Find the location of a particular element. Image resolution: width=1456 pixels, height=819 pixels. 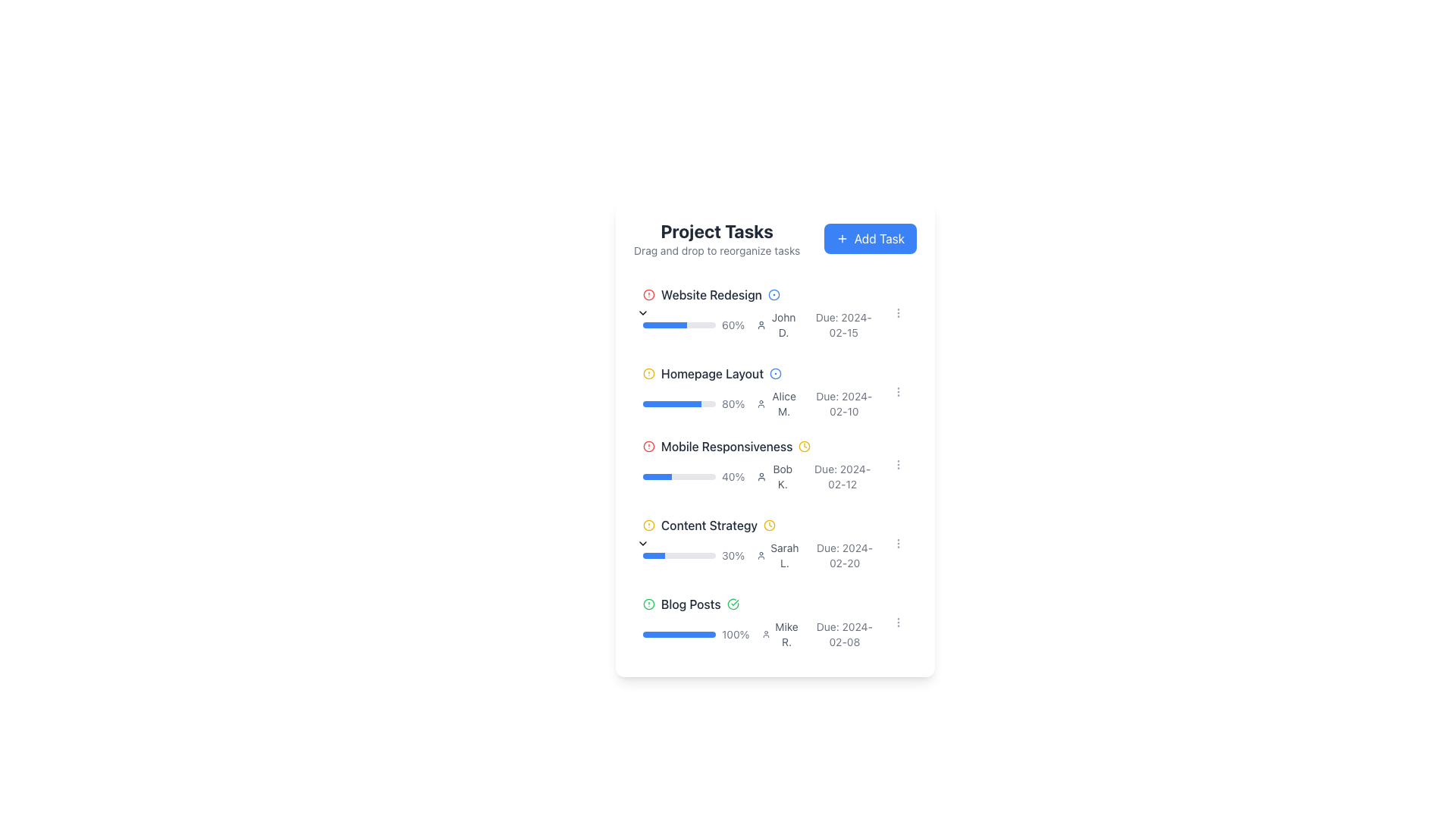

text 'Mike R.' located next to the user profile icon in the 'Blog Posts' task row is located at coordinates (780, 635).